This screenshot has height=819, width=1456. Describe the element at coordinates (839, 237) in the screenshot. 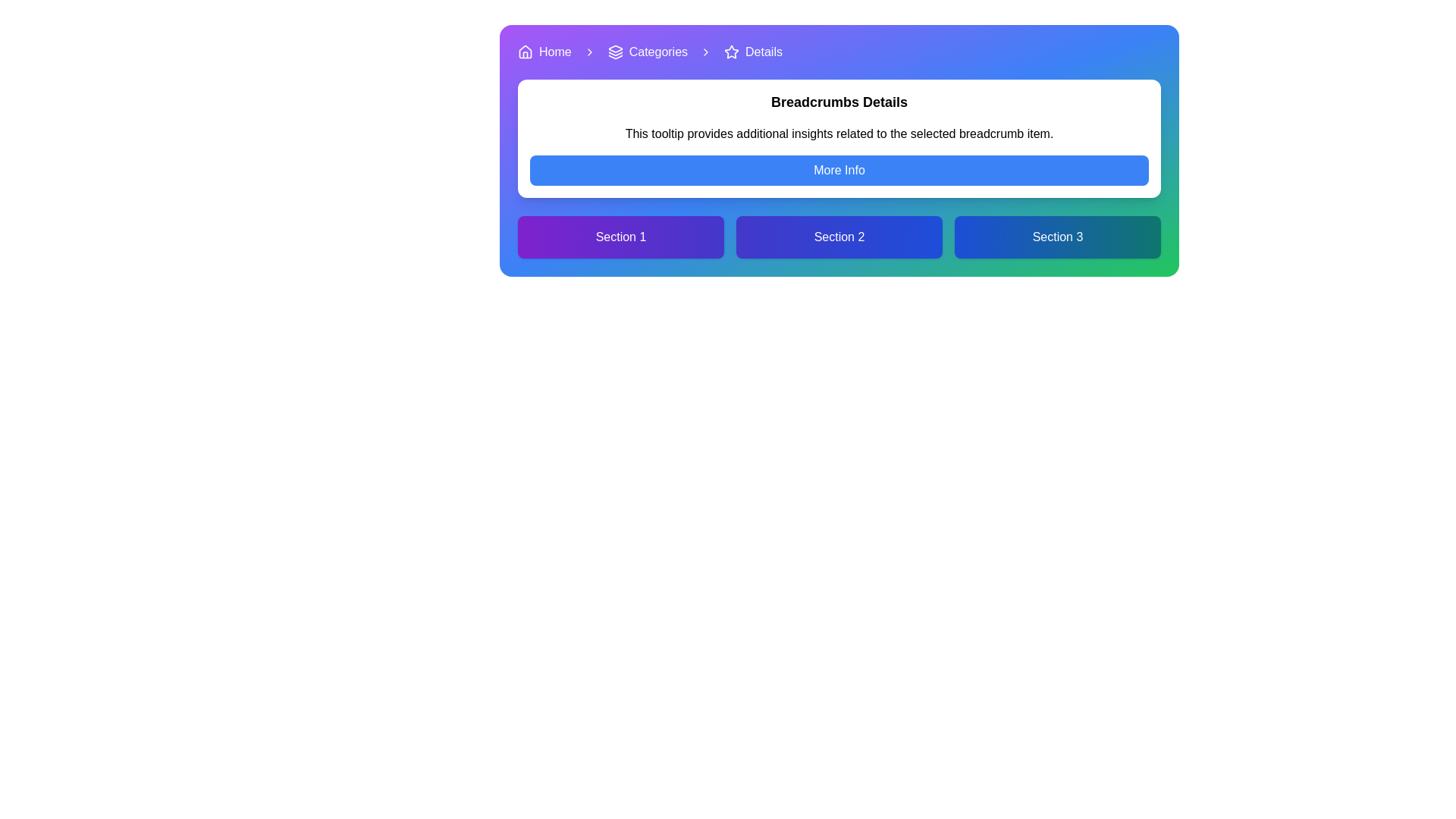

I see `the 'Section 2' button` at that location.